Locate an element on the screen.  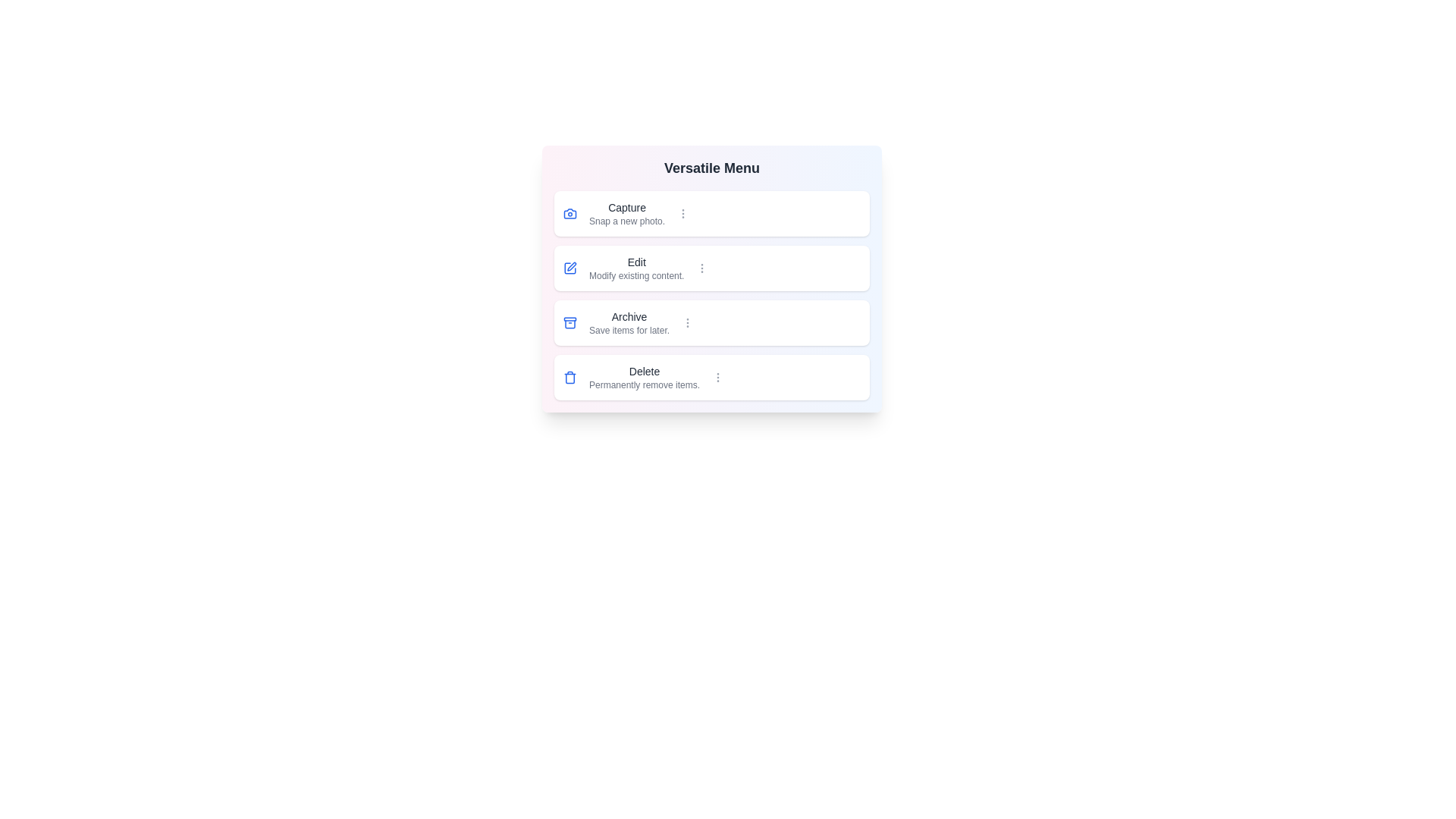
the menu item labeled Archive to select it is located at coordinates (711, 322).